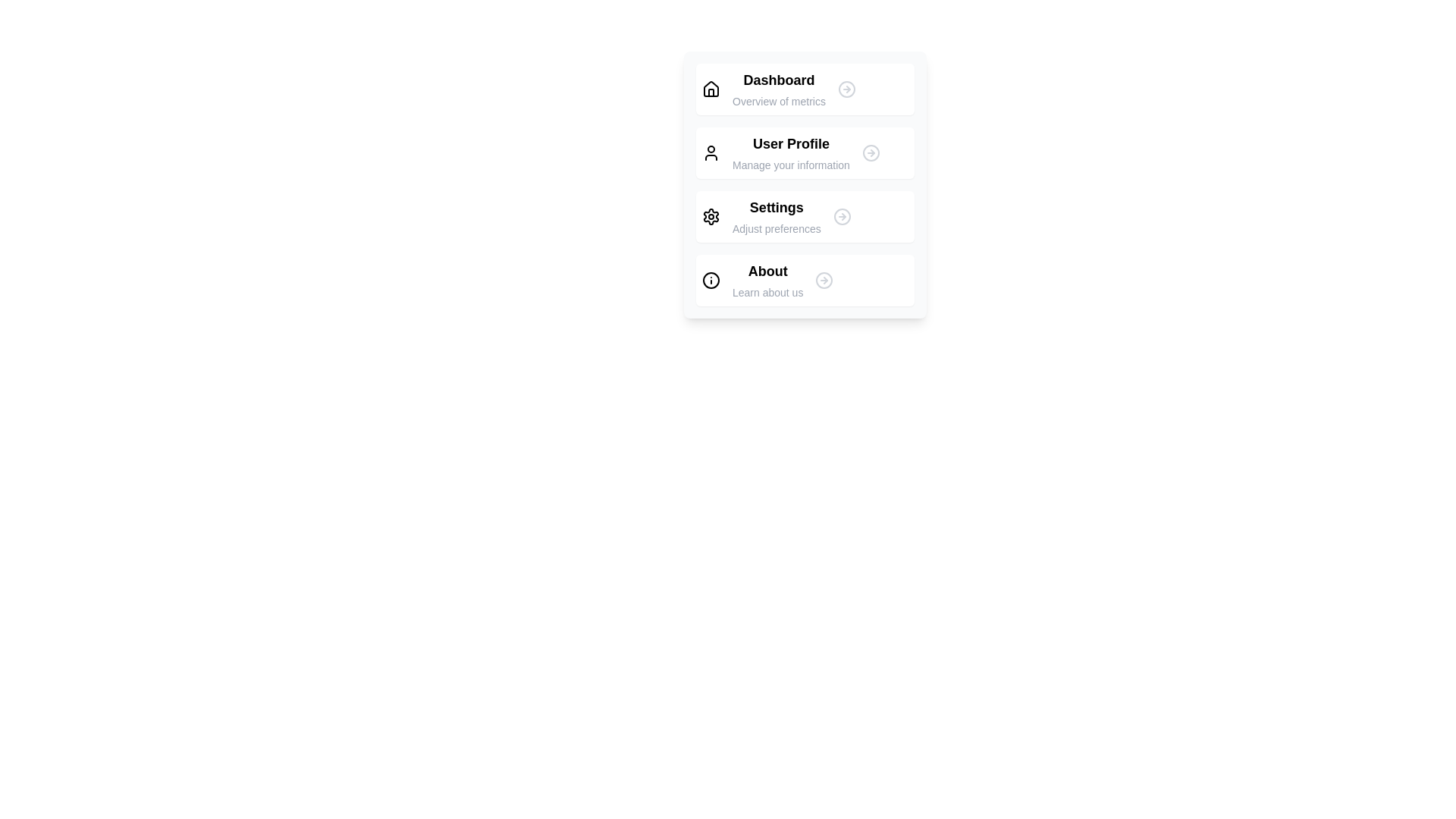  Describe the element at coordinates (871, 152) in the screenshot. I see `the circular button icon with a right-pointing arrow located at the far right of the 'User Profile' section` at that location.